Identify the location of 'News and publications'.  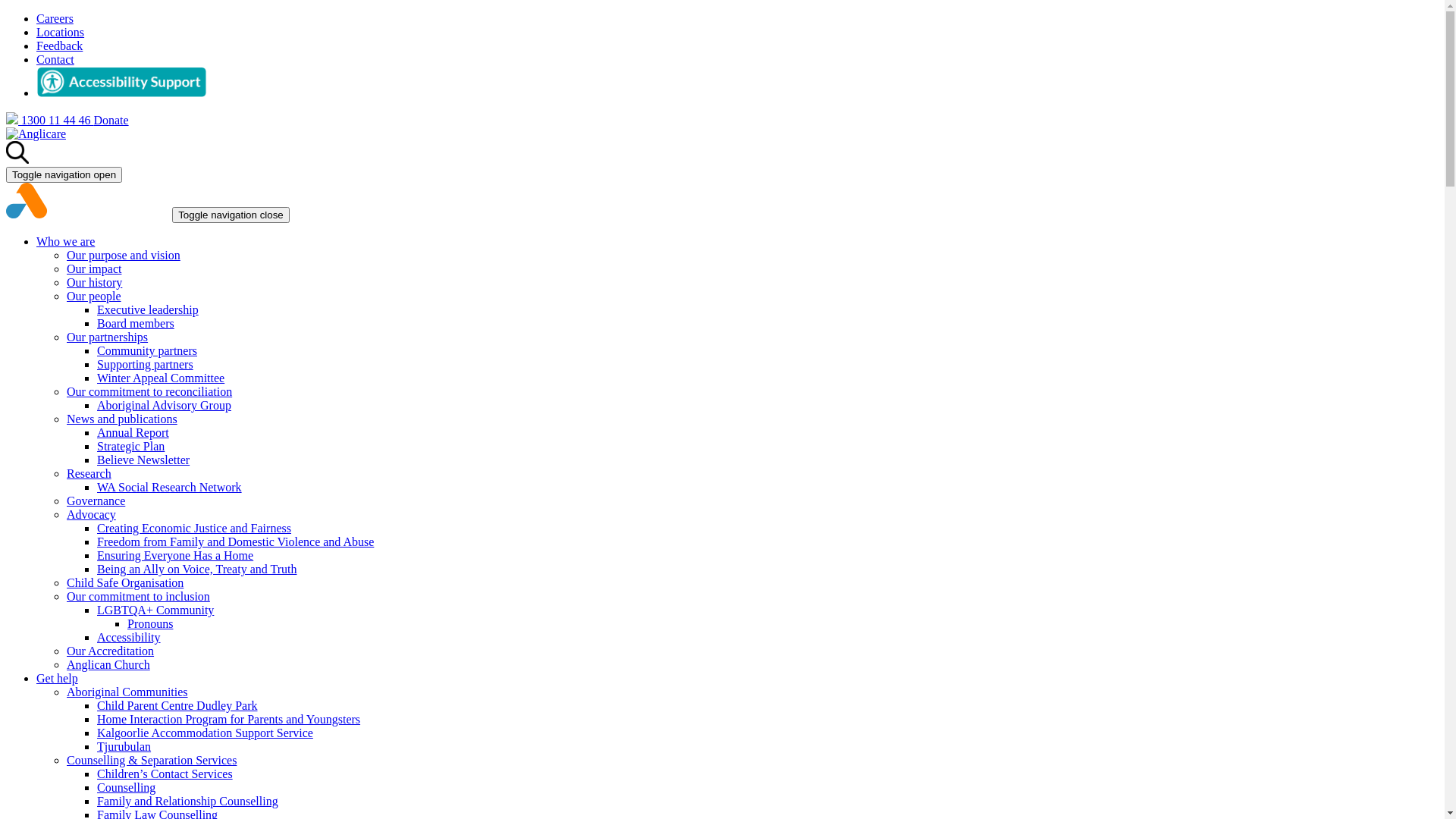
(122, 419).